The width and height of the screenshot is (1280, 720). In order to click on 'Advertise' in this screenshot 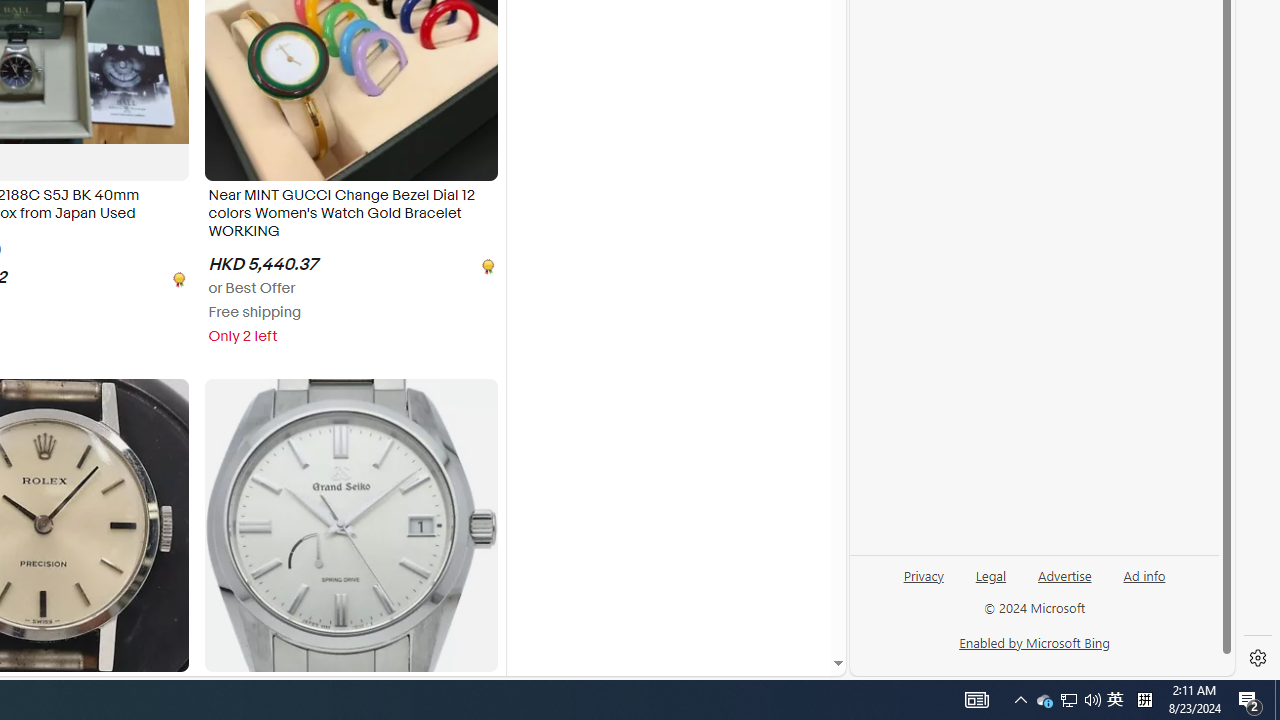, I will do `click(1063, 574)`.